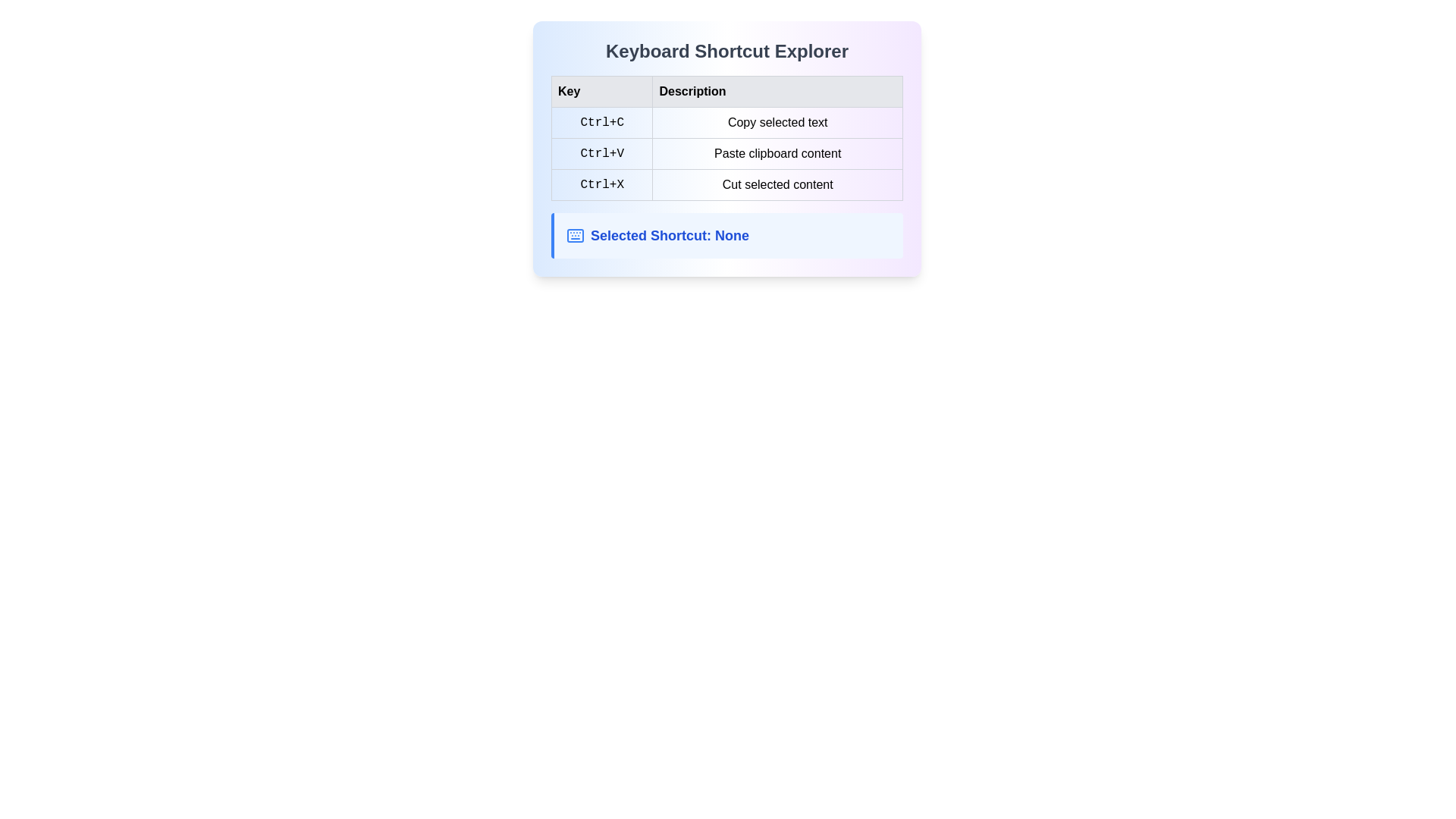  Describe the element at coordinates (777, 154) in the screenshot. I see `the text label displaying 'Paste clipboard content' which is located in the 'Description' column of the table, adjacent to the 'Ctrl+V' key in the 'Key' column` at that location.